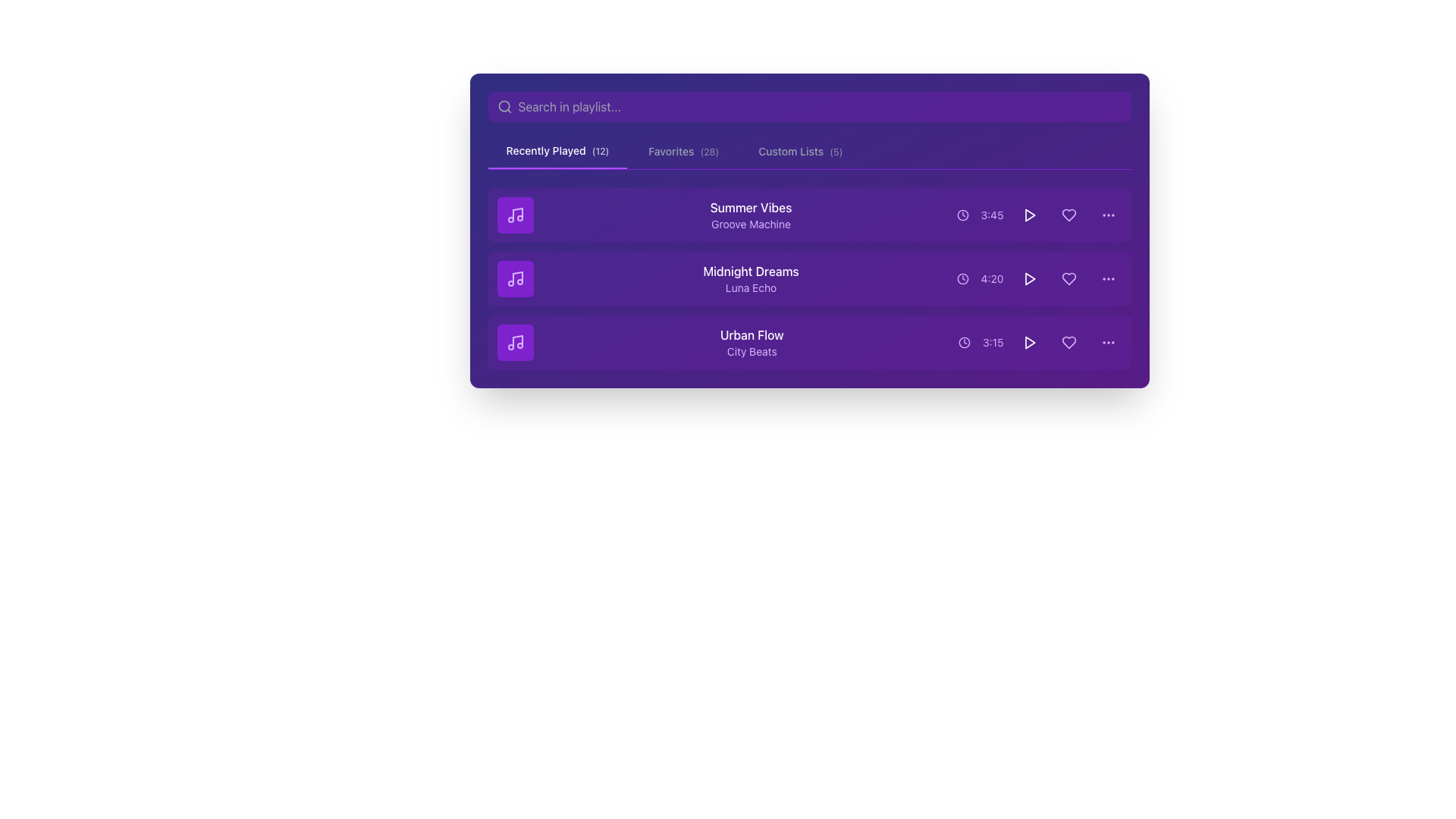 The width and height of the screenshot is (1456, 819). What do you see at coordinates (1108, 278) in the screenshot?
I see `the ellipsis menu icon, which is represented by three horizontally arranged purple circles, located at the far right of the 'Midnight Dreams' playlist entry` at bounding box center [1108, 278].